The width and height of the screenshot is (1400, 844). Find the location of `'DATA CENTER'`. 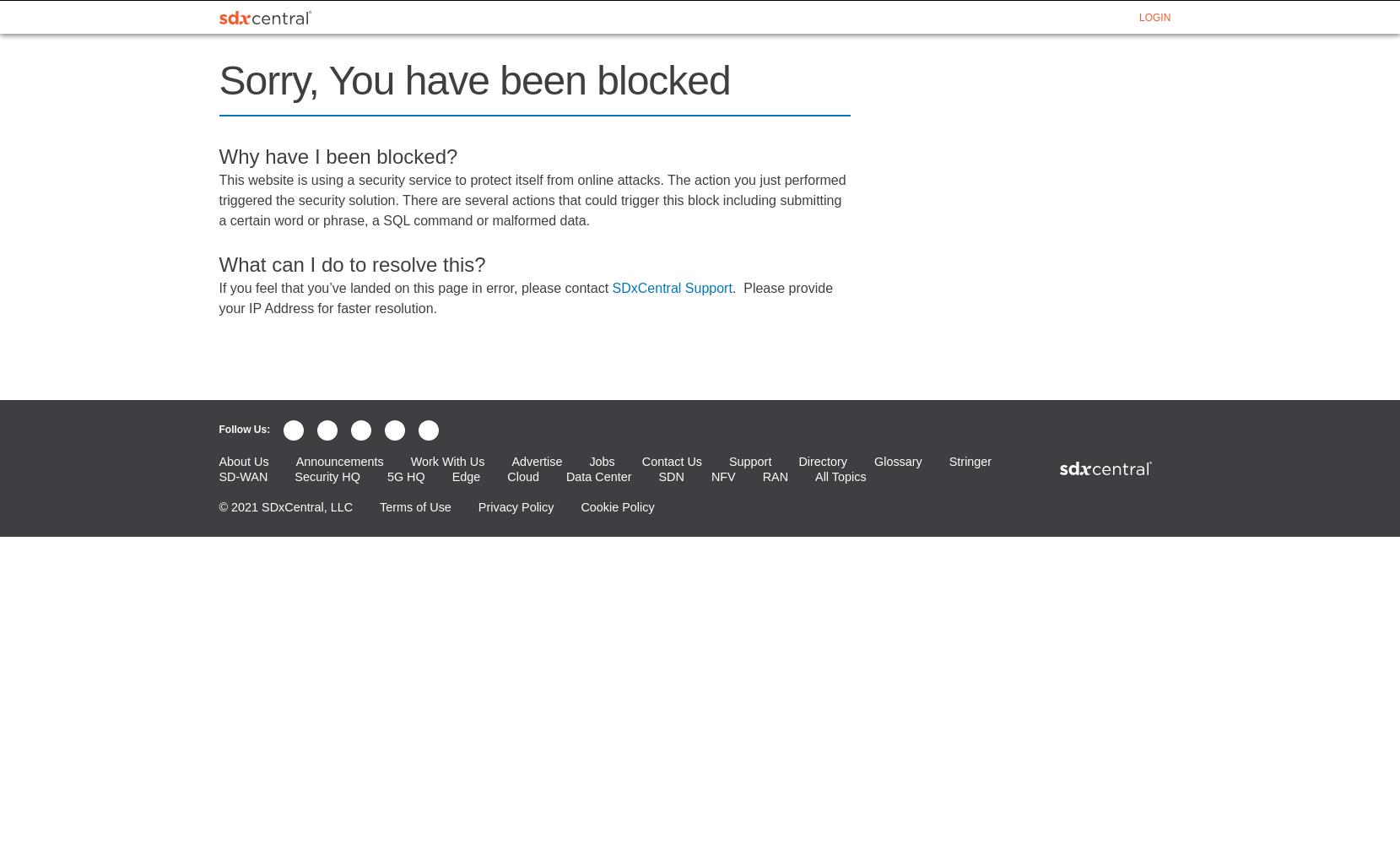

'DATA CENTER' is located at coordinates (677, 18).